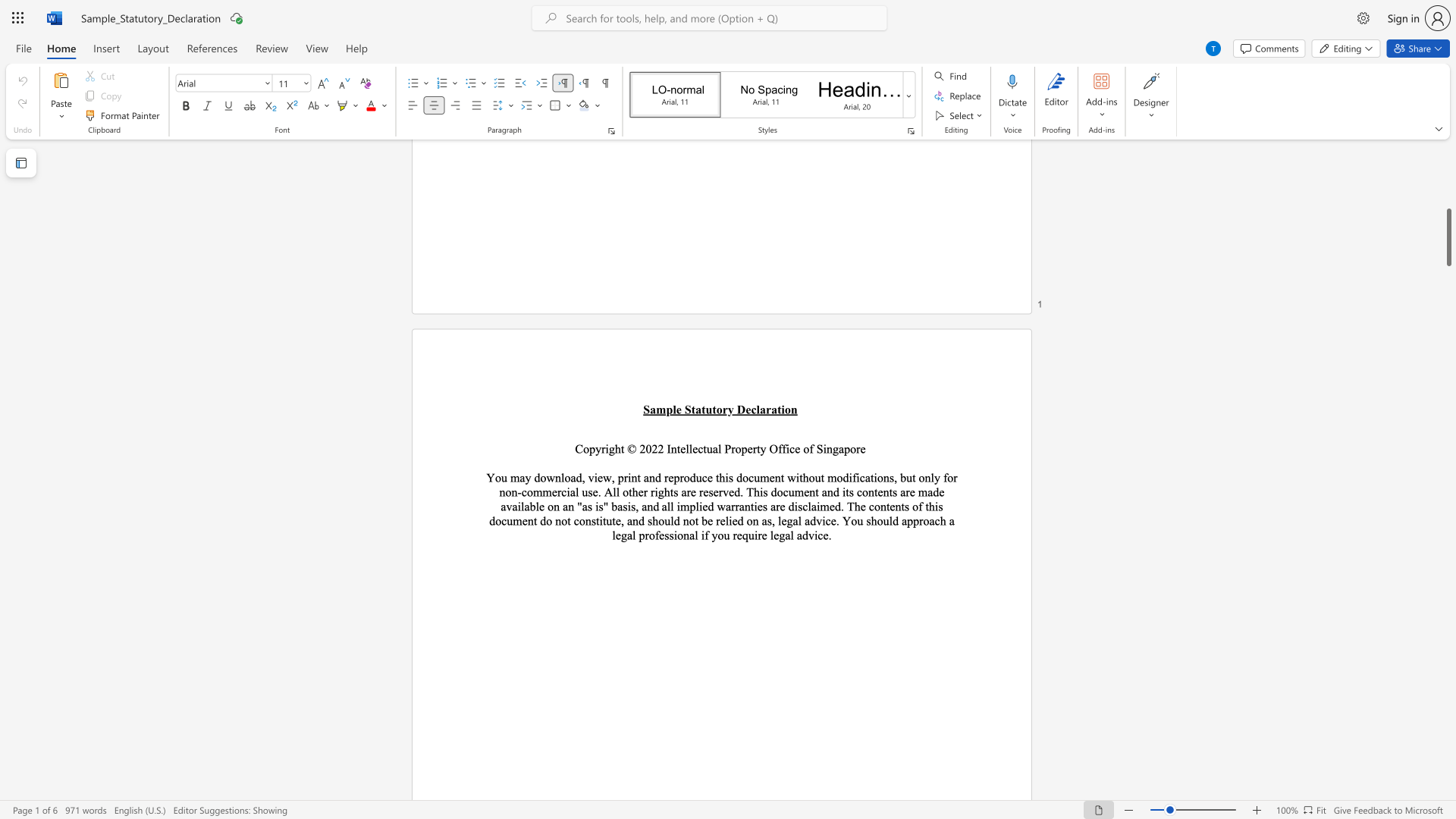  Describe the element at coordinates (1448, 332) in the screenshot. I see `the scrollbar on the right to move the page upward` at that location.